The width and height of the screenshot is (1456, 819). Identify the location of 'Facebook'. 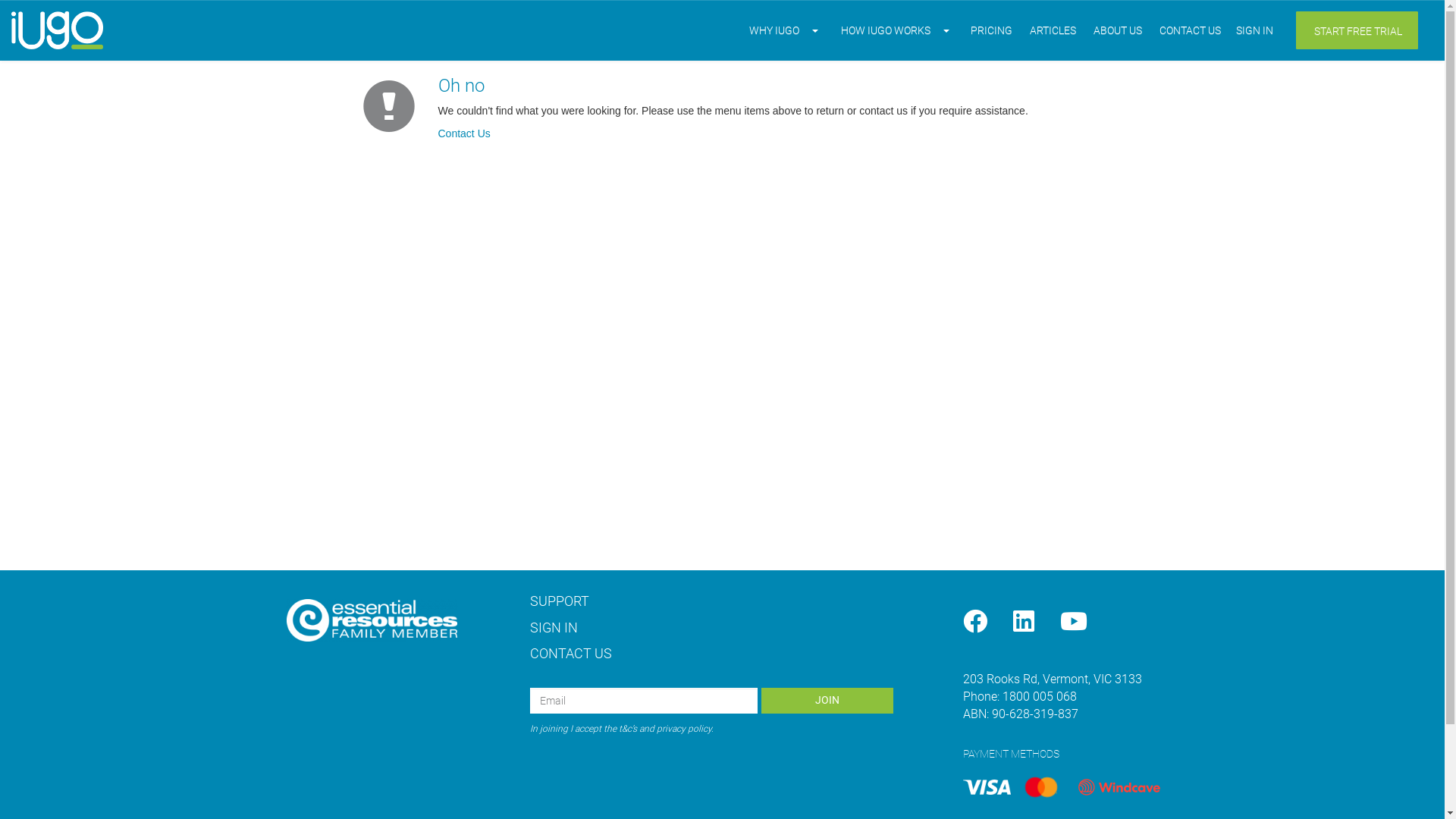
(975, 622).